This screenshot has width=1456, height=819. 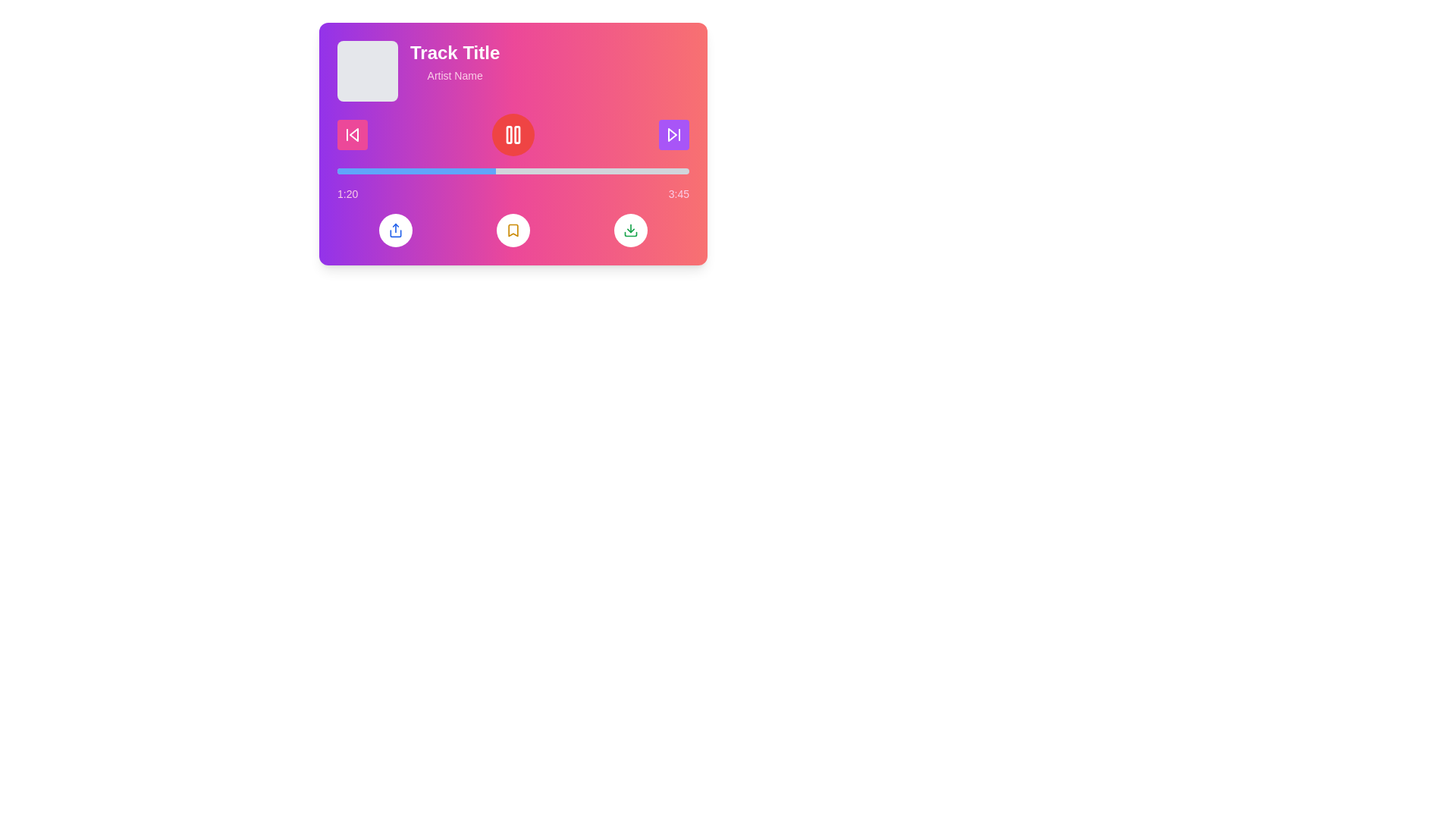 What do you see at coordinates (630, 231) in the screenshot?
I see `the download button located at the far right of the three interactive icons at the bottom of the music player interface to initiate a download` at bounding box center [630, 231].